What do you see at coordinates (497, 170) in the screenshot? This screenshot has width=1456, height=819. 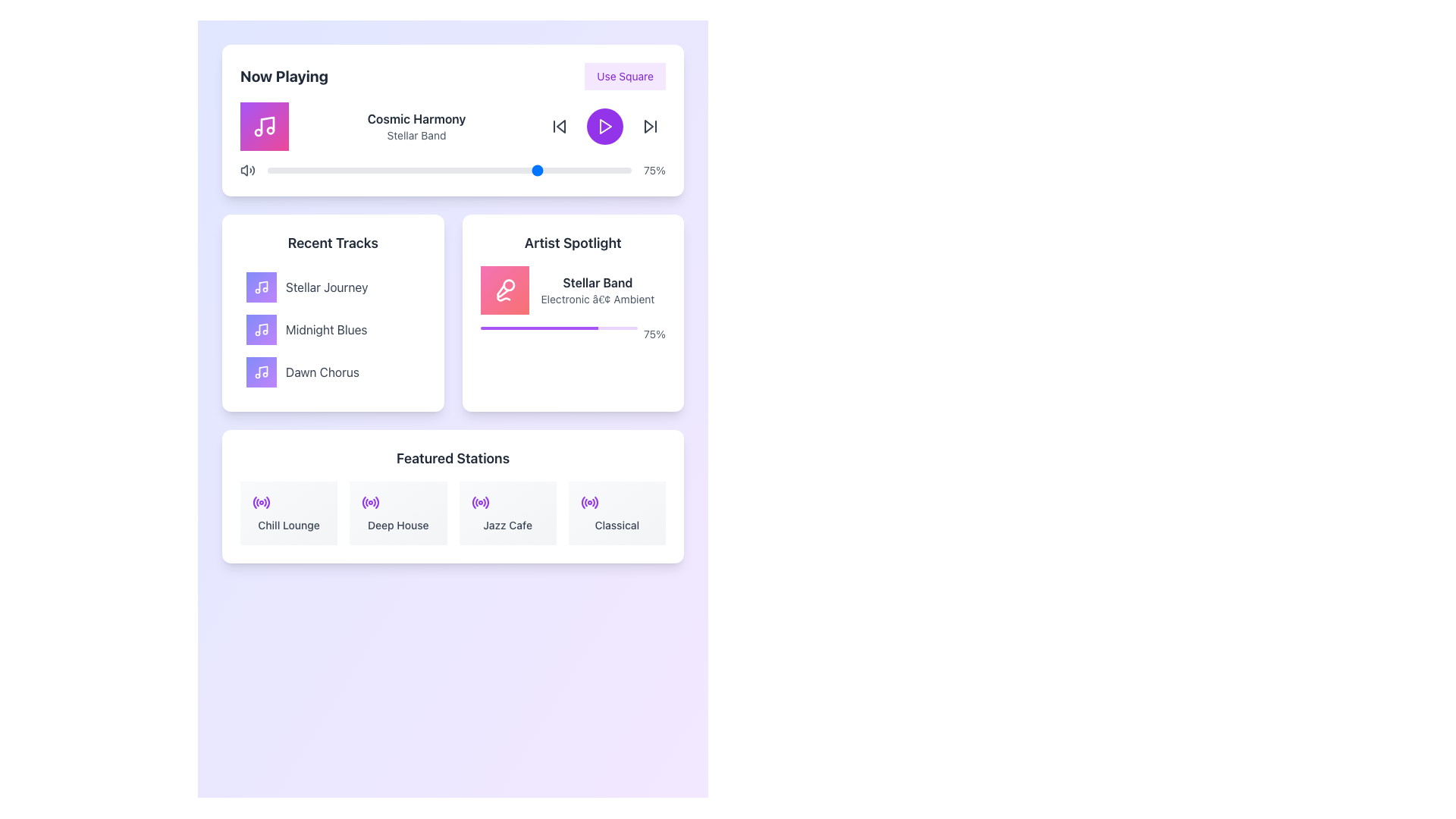 I see `the slider` at bounding box center [497, 170].